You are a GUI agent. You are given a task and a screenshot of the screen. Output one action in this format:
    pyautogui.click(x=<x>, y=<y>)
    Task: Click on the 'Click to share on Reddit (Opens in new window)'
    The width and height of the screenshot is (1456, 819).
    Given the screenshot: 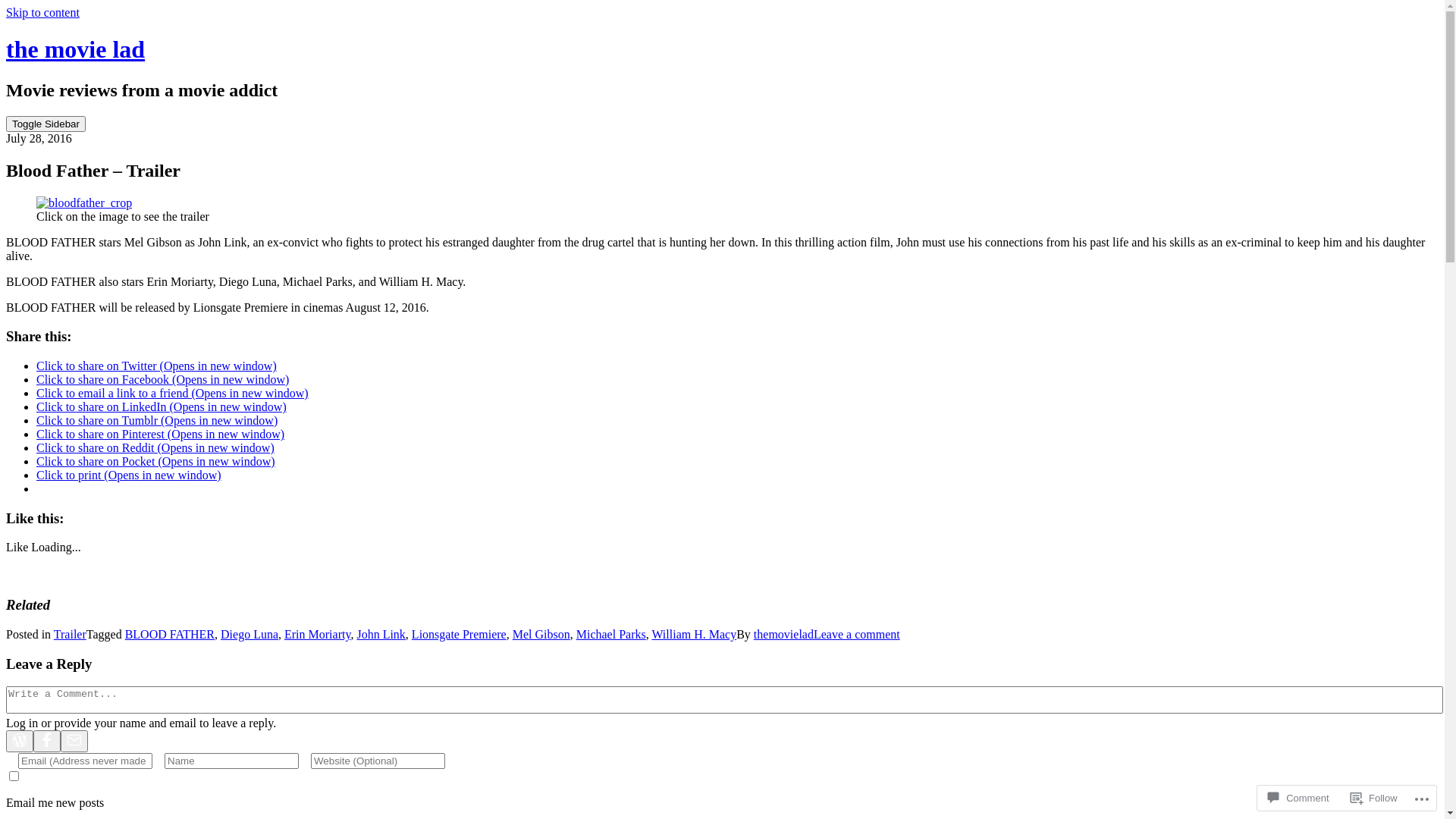 What is the action you would take?
    pyautogui.click(x=155, y=447)
    